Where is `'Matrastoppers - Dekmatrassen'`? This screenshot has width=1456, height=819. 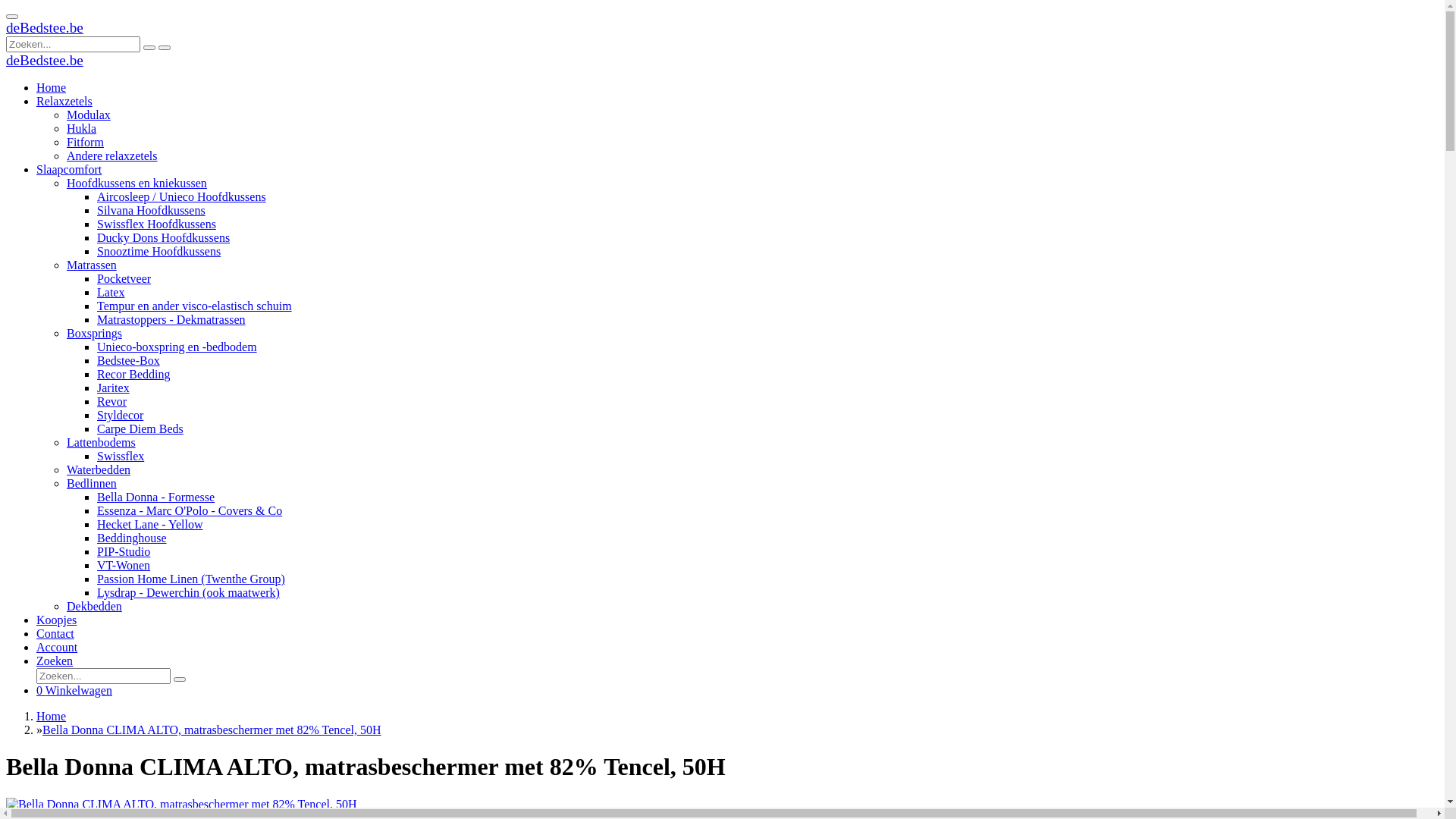
'Matrastoppers - Dekmatrassen' is located at coordinates (171, 318).